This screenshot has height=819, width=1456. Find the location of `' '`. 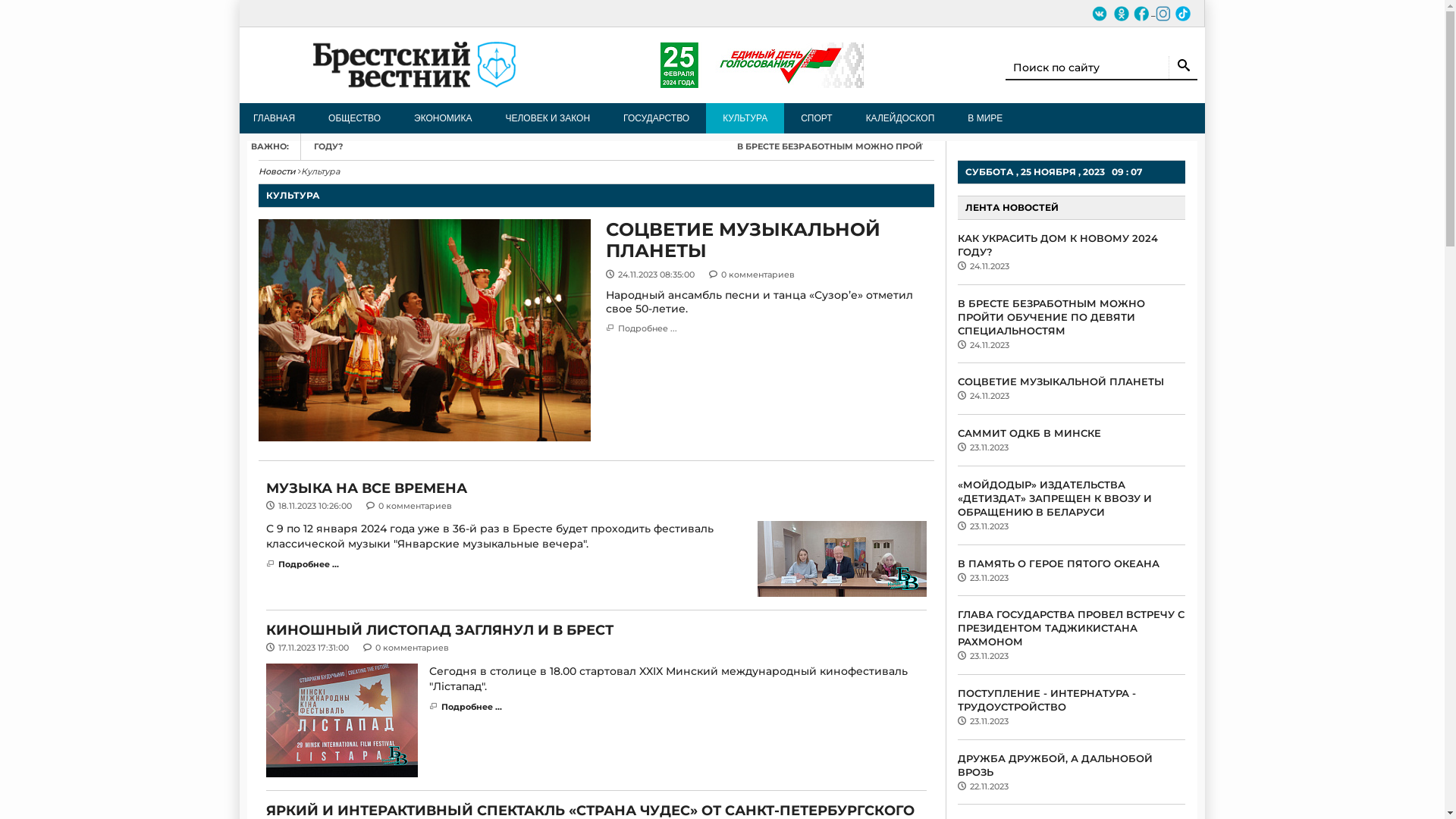

' ' is located at coordinates (1108, 12).